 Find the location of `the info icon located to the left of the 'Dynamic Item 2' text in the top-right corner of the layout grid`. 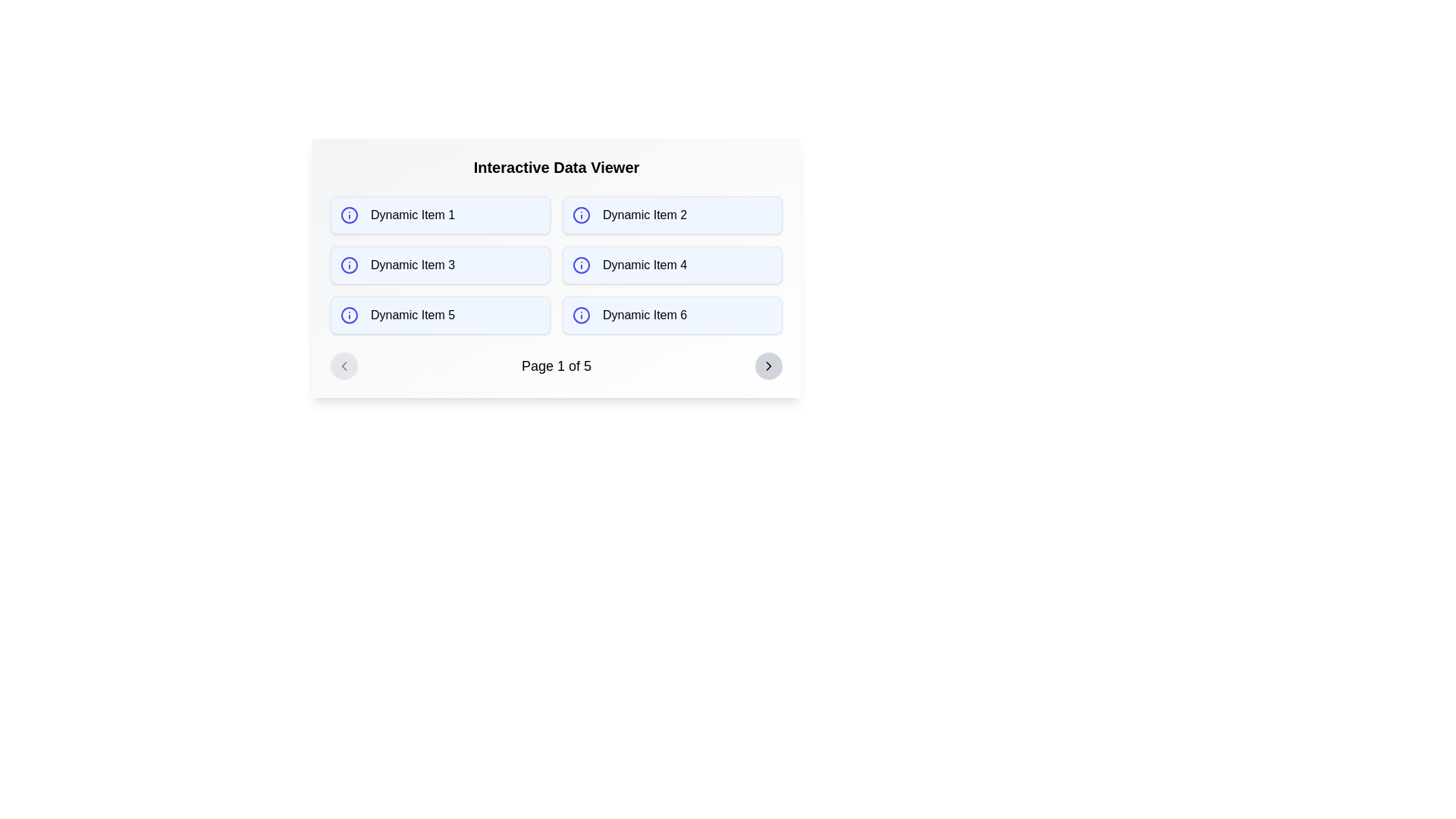

the info icon located to the left of the 'Dynamic Item 2' text in the top-right corner of the layout grid is located at coordinates (581, 215).